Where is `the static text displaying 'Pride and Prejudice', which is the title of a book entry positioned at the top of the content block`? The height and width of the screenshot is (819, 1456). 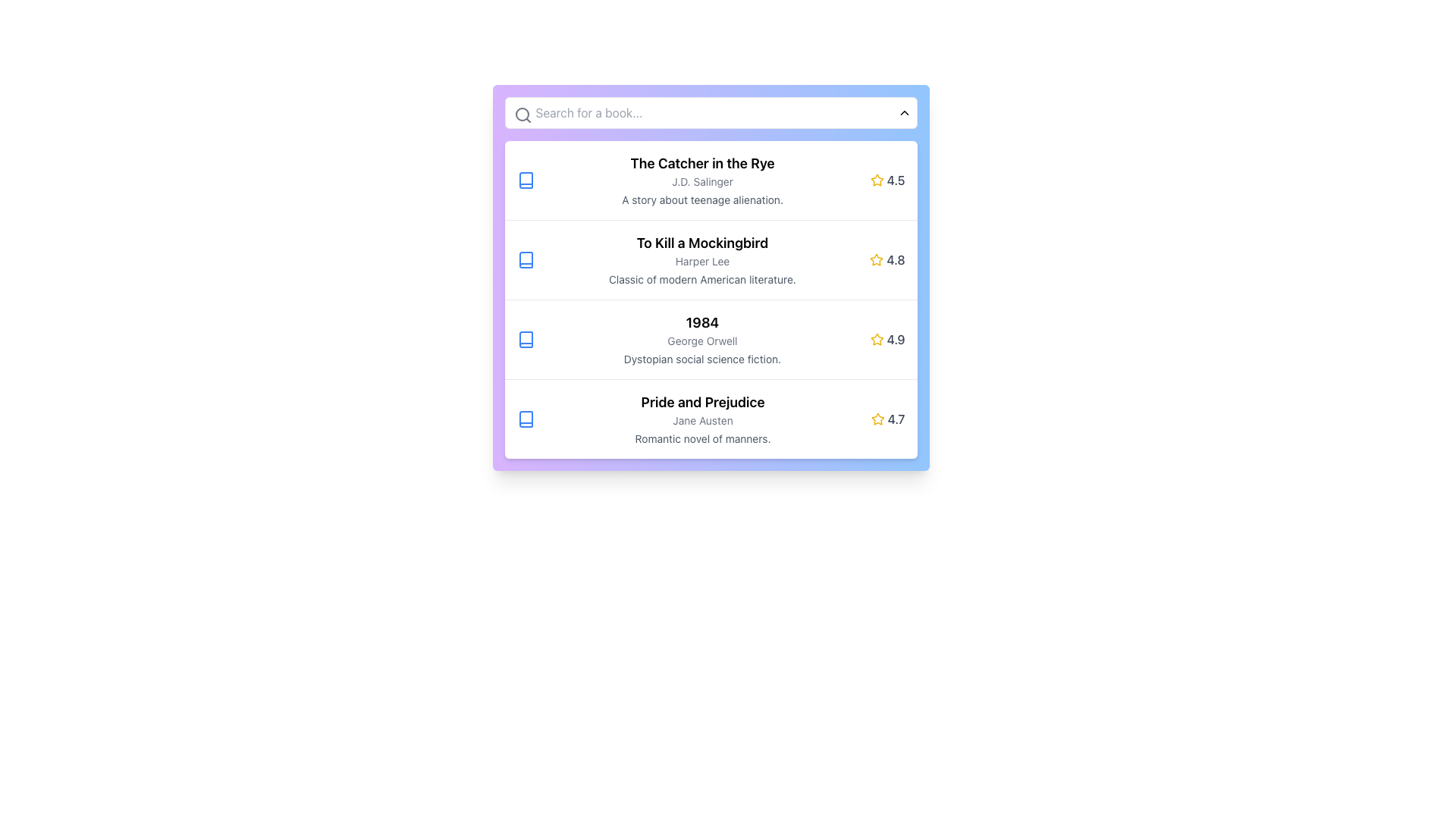 the static text displaying 'Pride and Prejudice', which is the title of a book entry positioned at the top of the content block is located at coordinates (701, 402).